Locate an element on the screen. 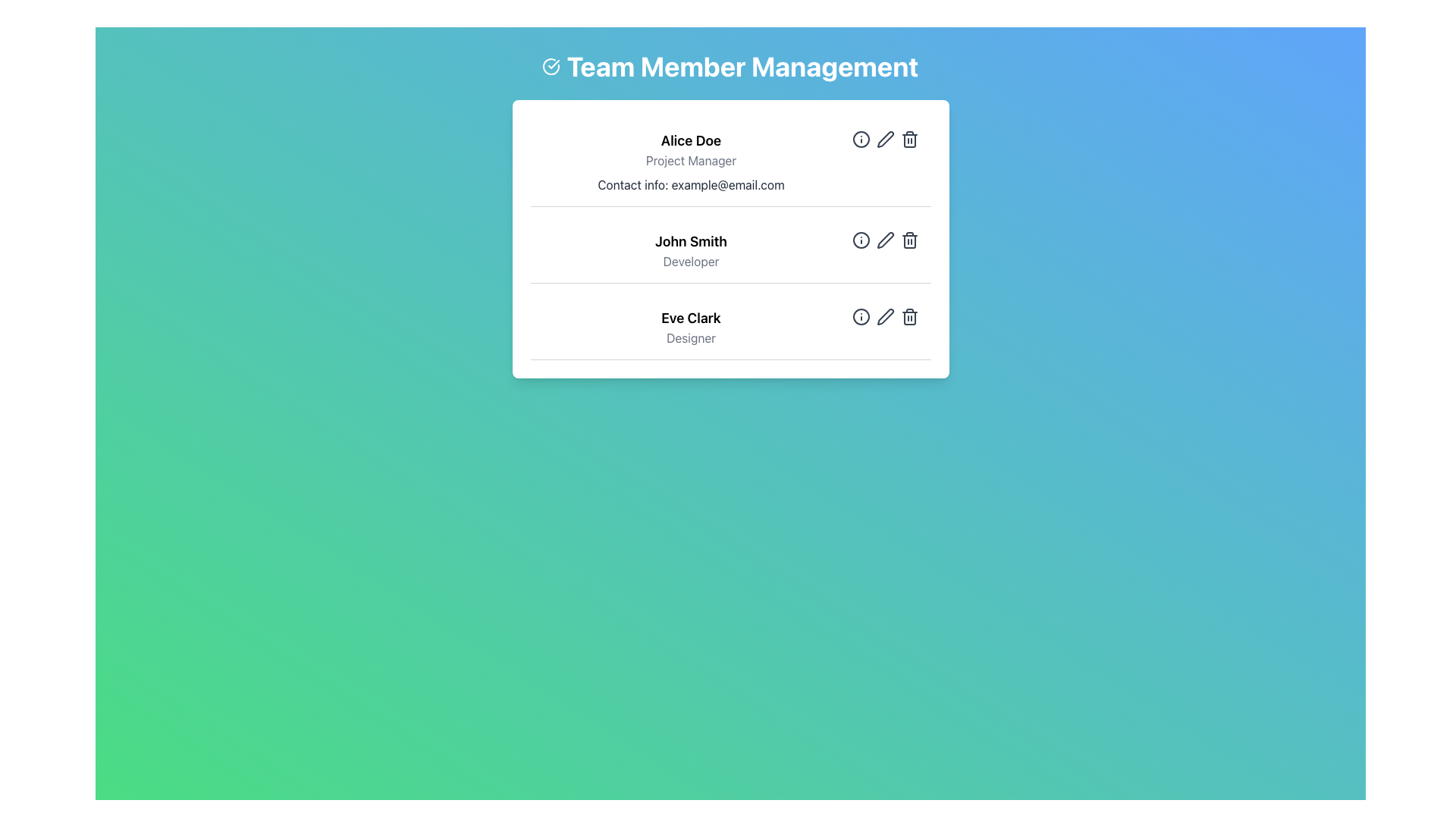 The image size is (1456, 819). the remove button for the team member 'Eve Clark', which is the rightmost icon in a group of three interactive icons is located at coordinates (909, 315).